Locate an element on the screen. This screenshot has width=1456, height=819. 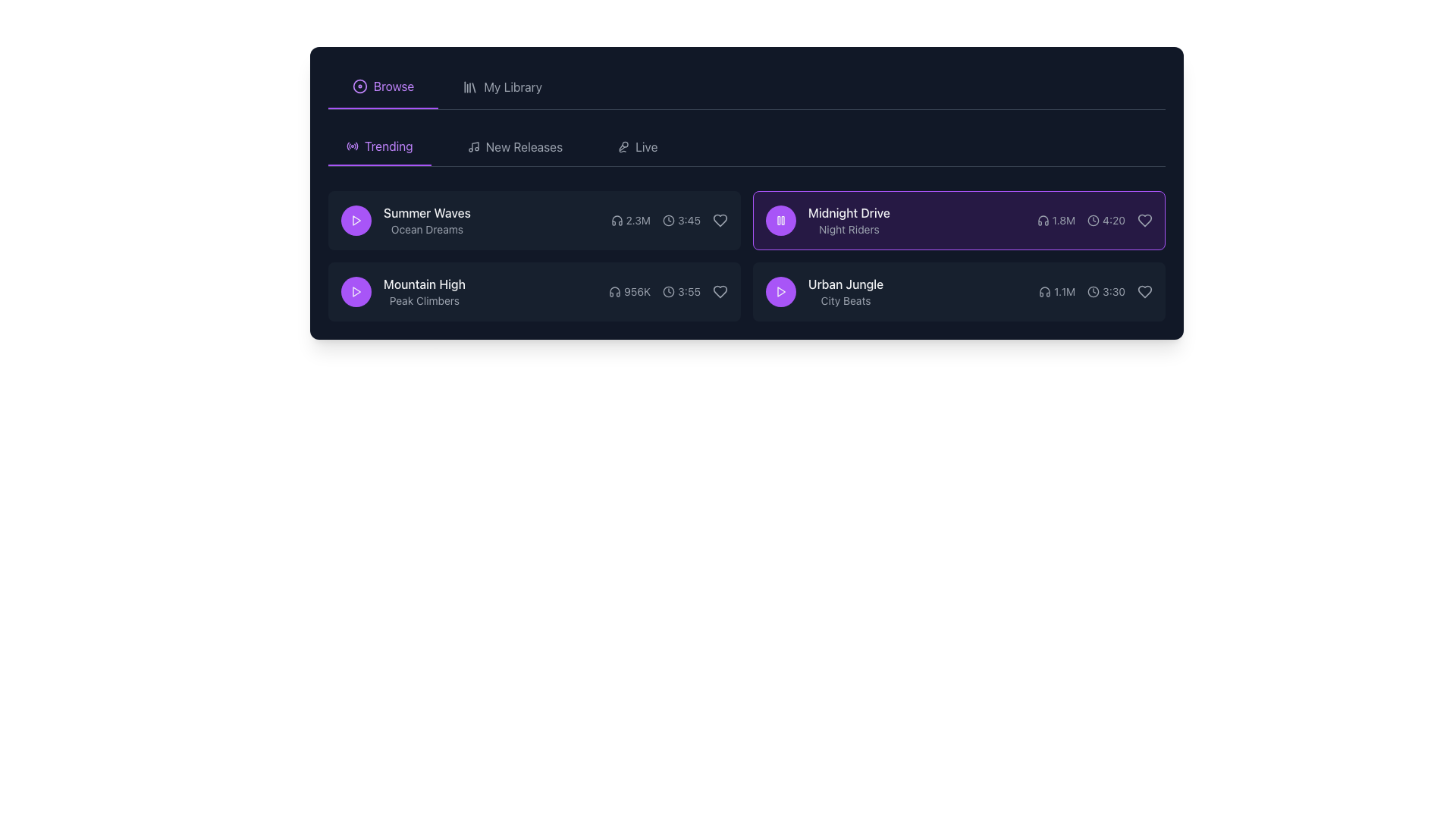
the heart-shaped icon in the bottom right corner of the 'Midnight Drive' song card to mark it as favorite is located at coordinates (1145, 220).